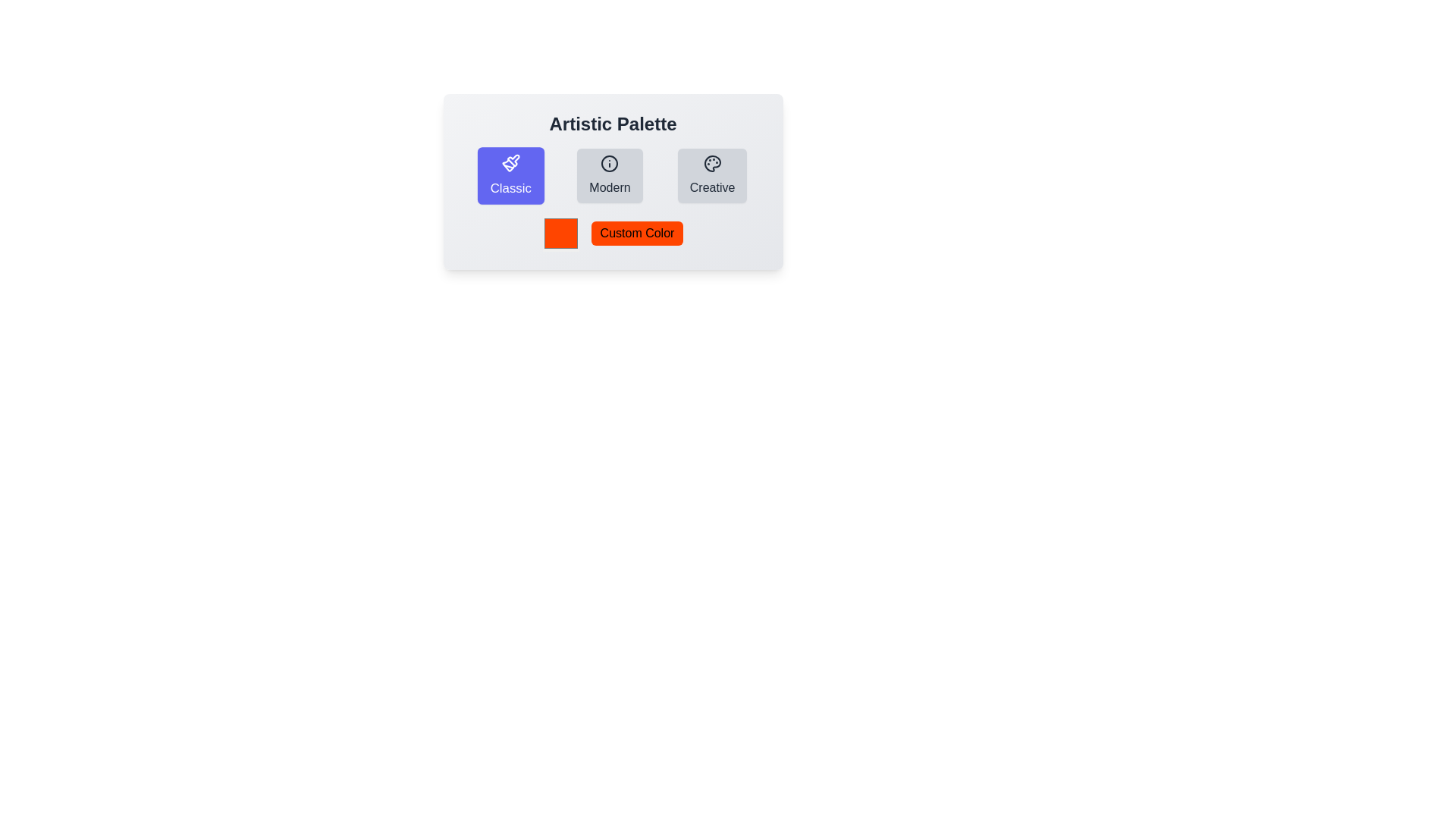 This screenshot has width=1456, height=819. I want to click on the palette option Classic, so click(510, 174).